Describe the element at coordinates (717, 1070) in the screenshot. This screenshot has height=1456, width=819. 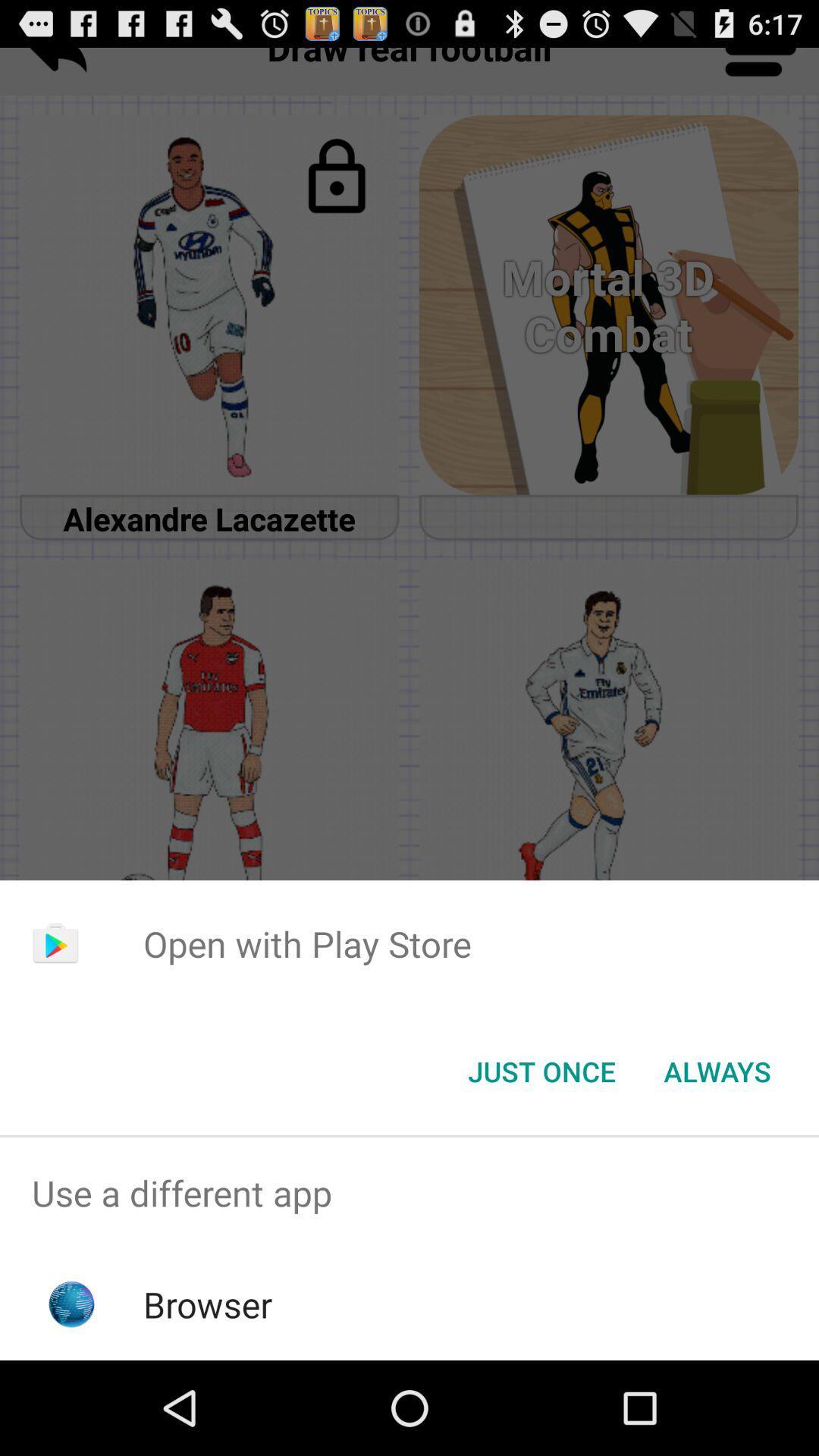
I see `the item below the open with play app` at that location.